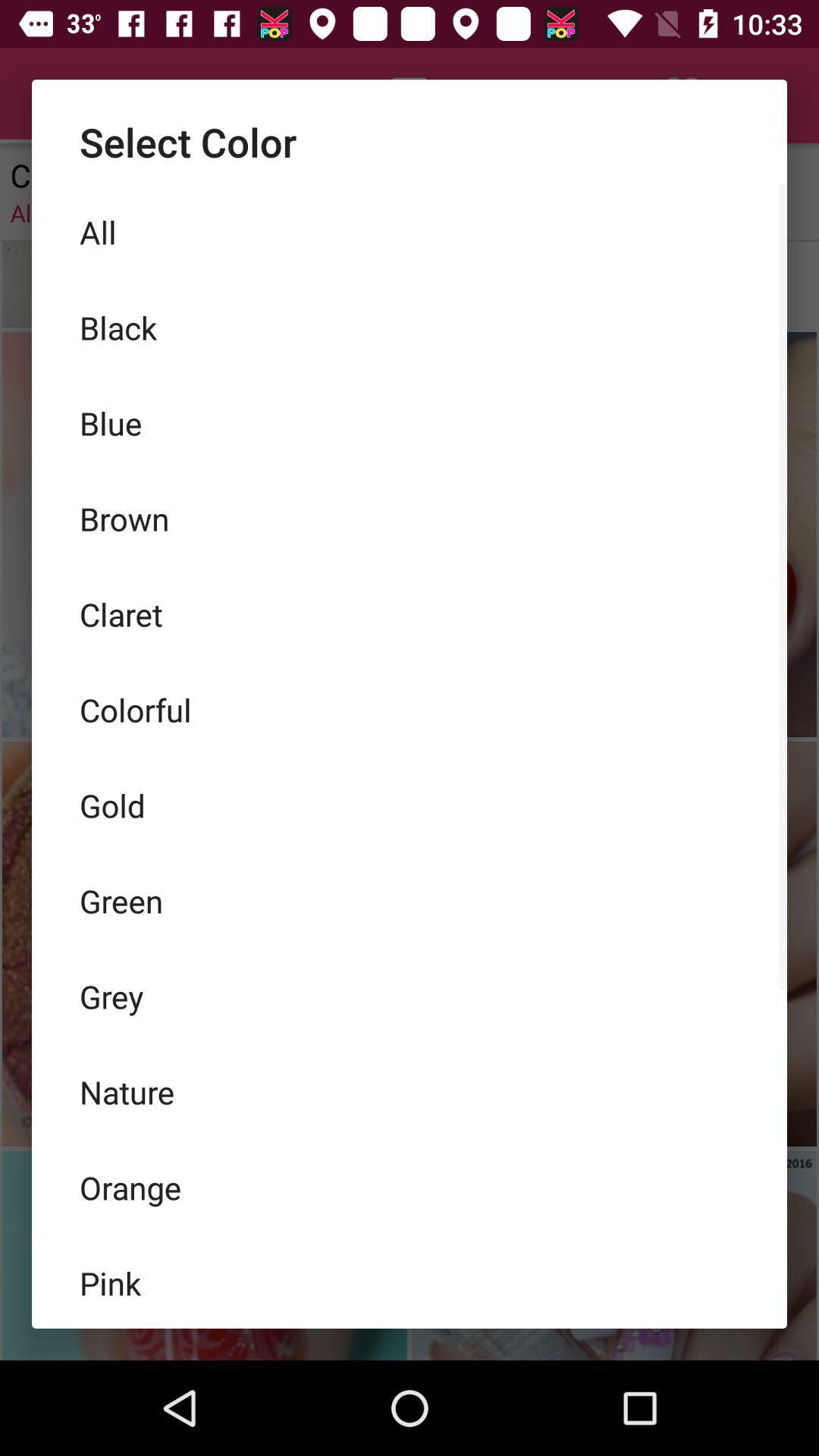 The width and height of the screenshot is (819, 1456). I want to click on icon above black icon, so click(409, 231).